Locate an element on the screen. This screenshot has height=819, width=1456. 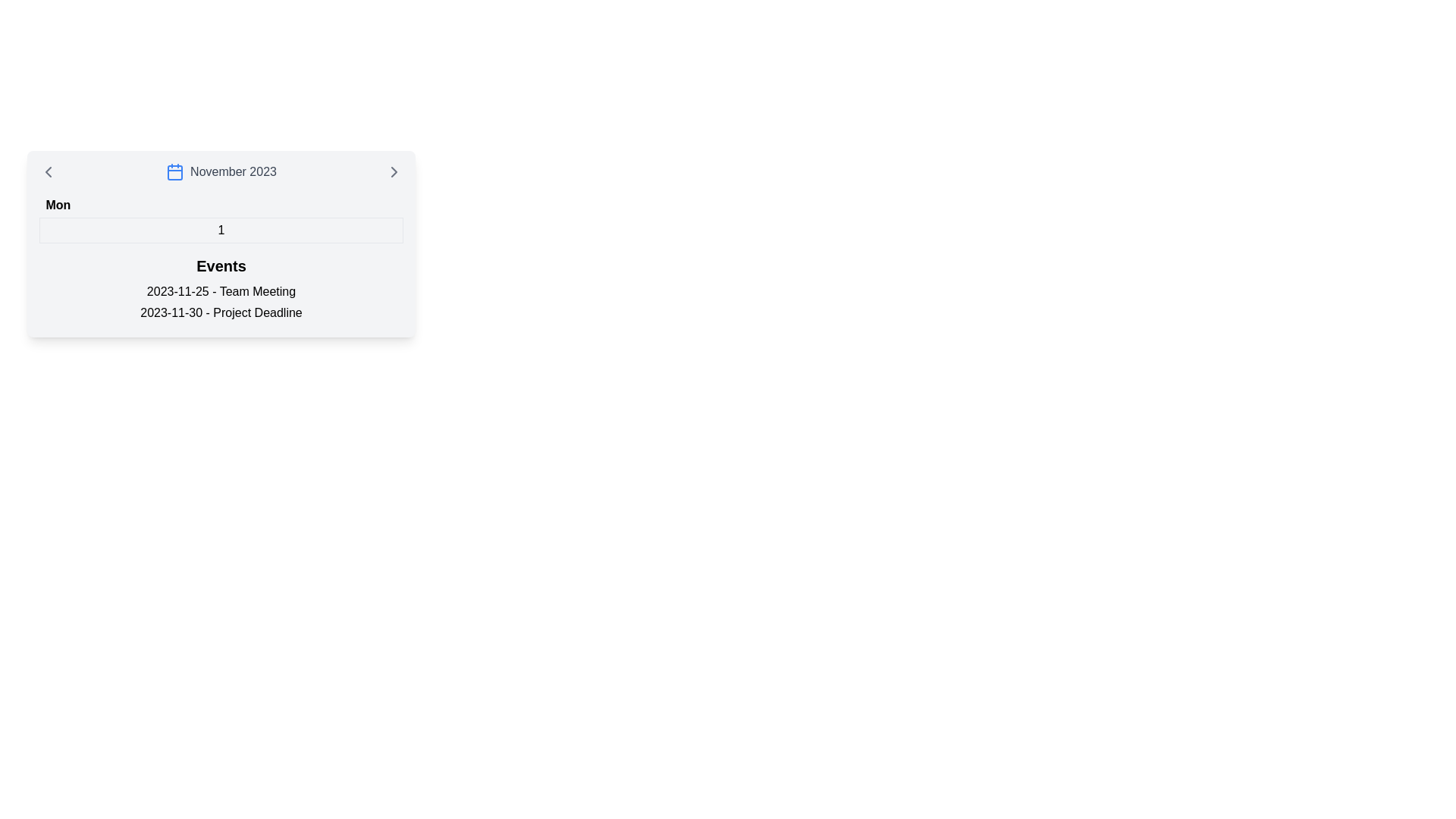
text content of the heading displaying 'November 2023' at the top of the calendar interface, which is styled in light gray and is larger in font size is located at coordinates (221, 171).